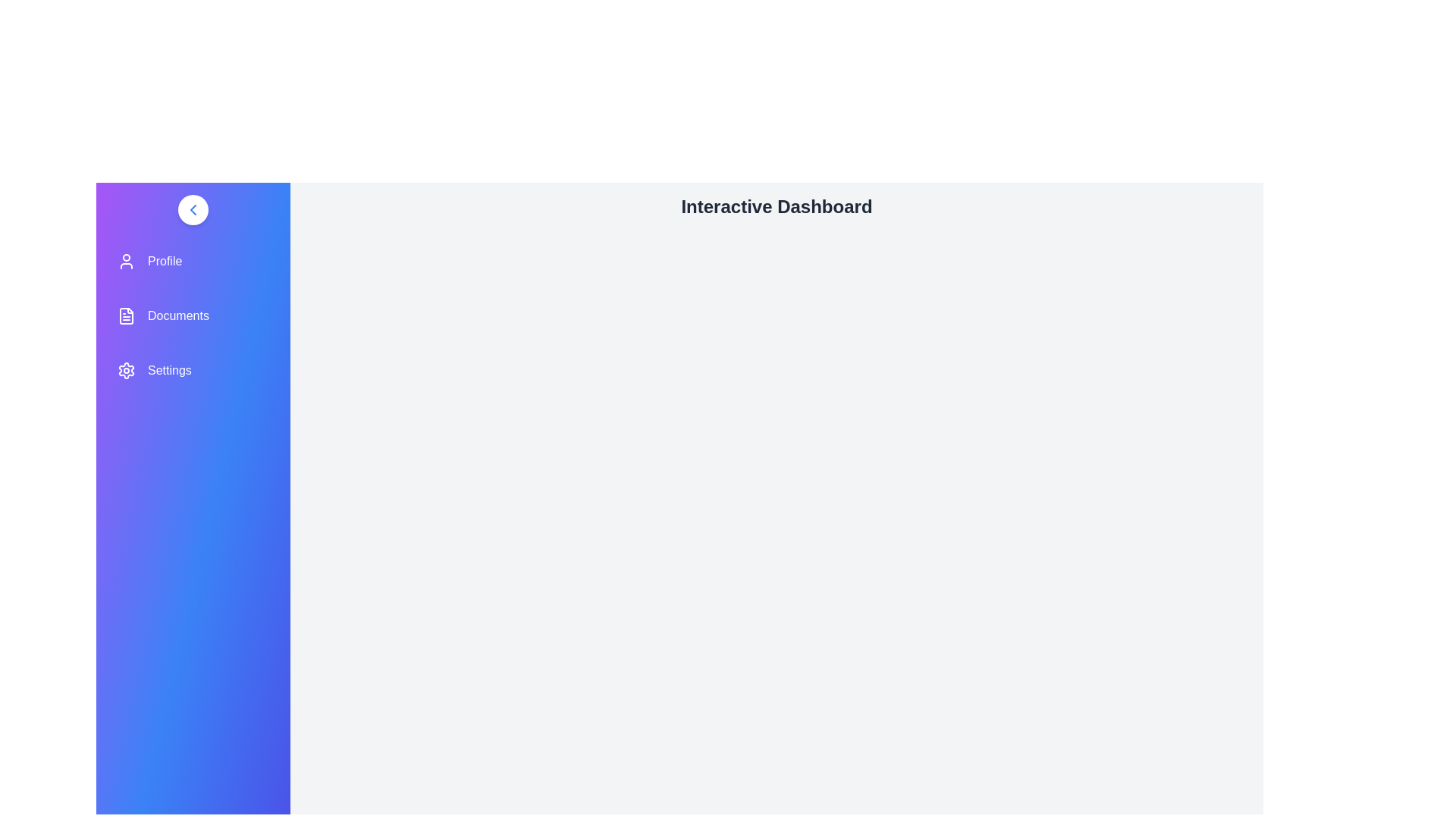 The image size is (1456, 819). What do you see at coordinates (192, 210) in the screenshot?
I see `the toggle button to change the drawer state` at bounding box center [192, 210].